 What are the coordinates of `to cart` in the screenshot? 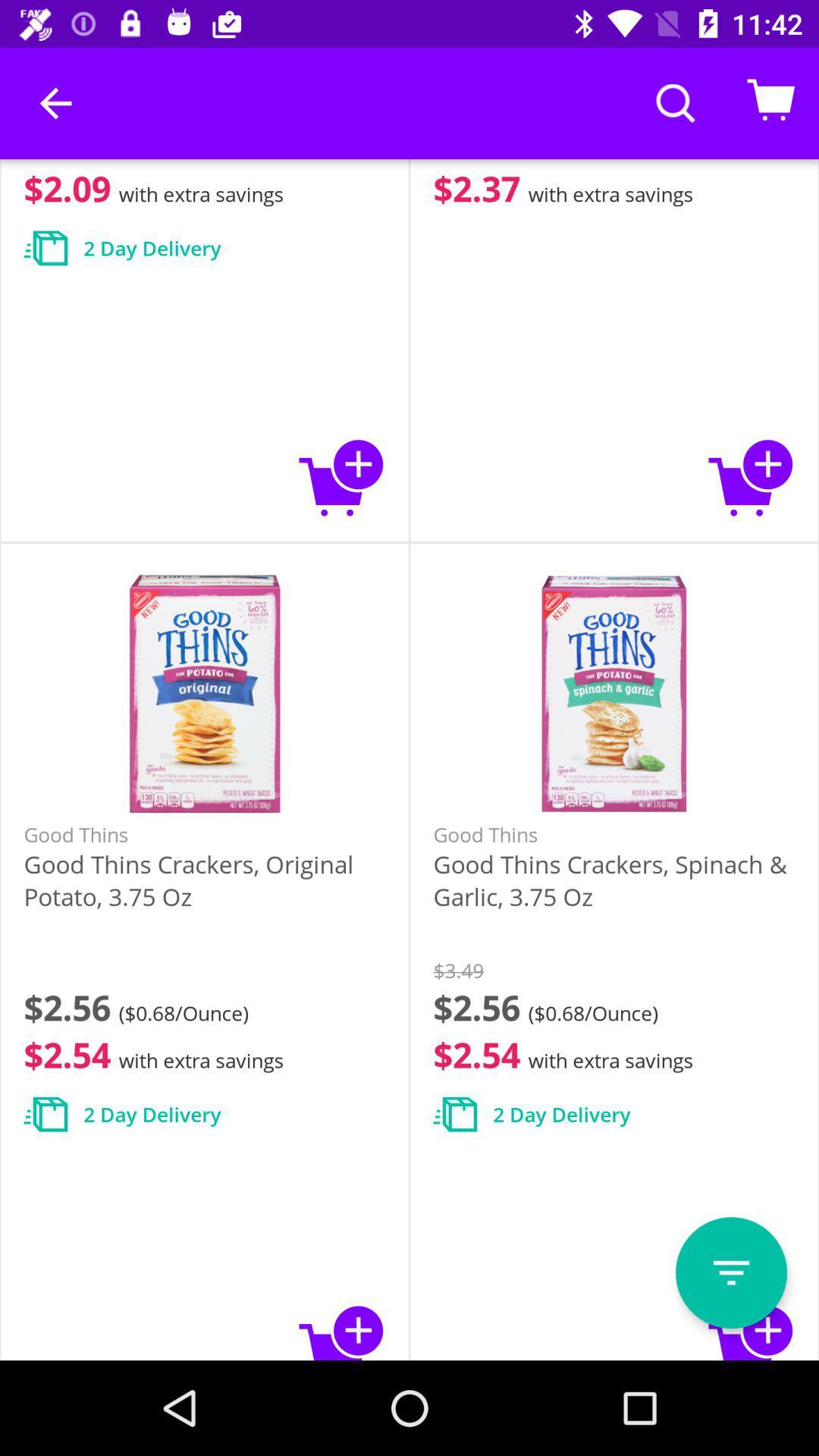 It's located at (342, 1329).